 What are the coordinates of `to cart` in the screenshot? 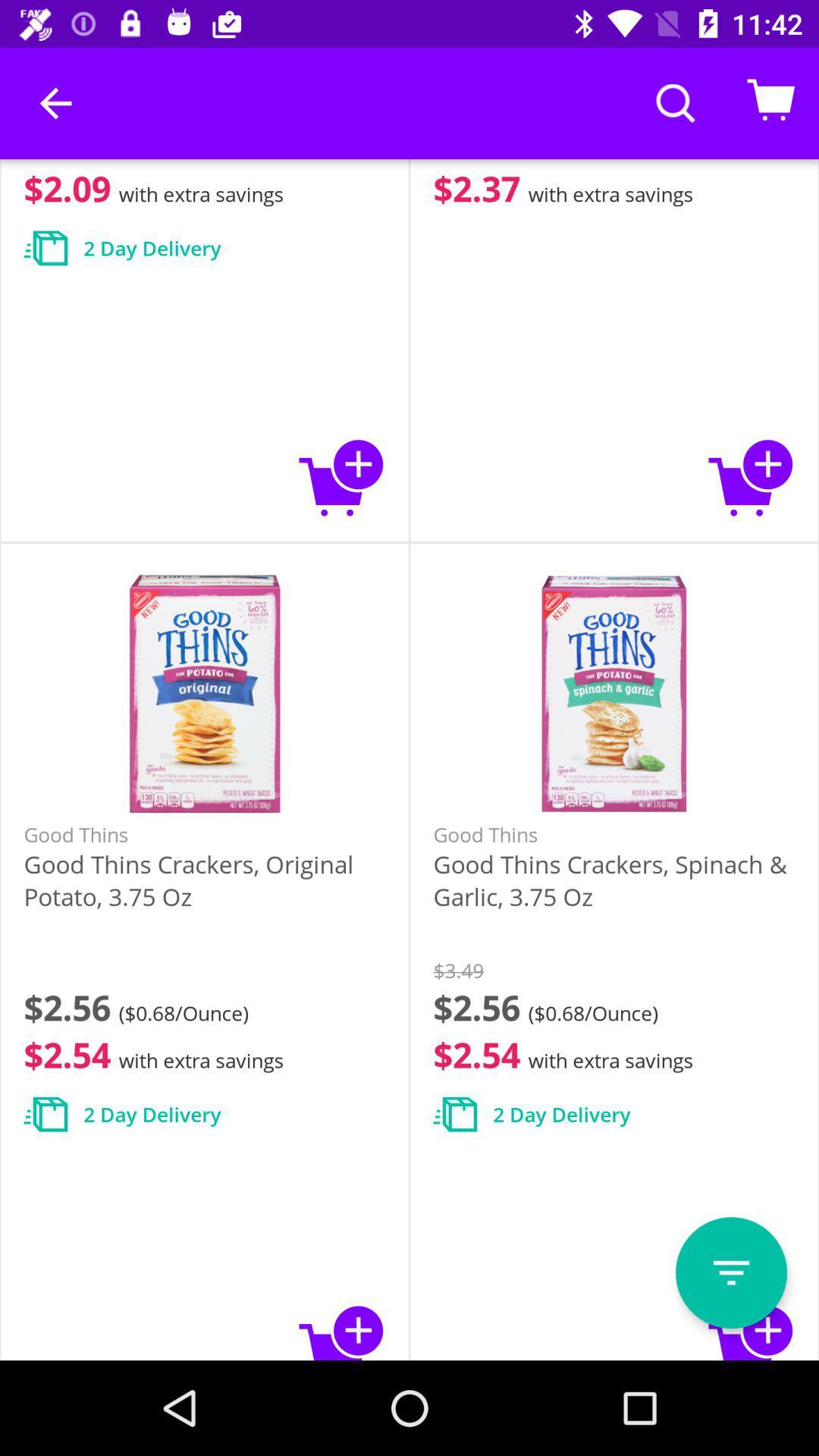 It's located at (342, 1329).